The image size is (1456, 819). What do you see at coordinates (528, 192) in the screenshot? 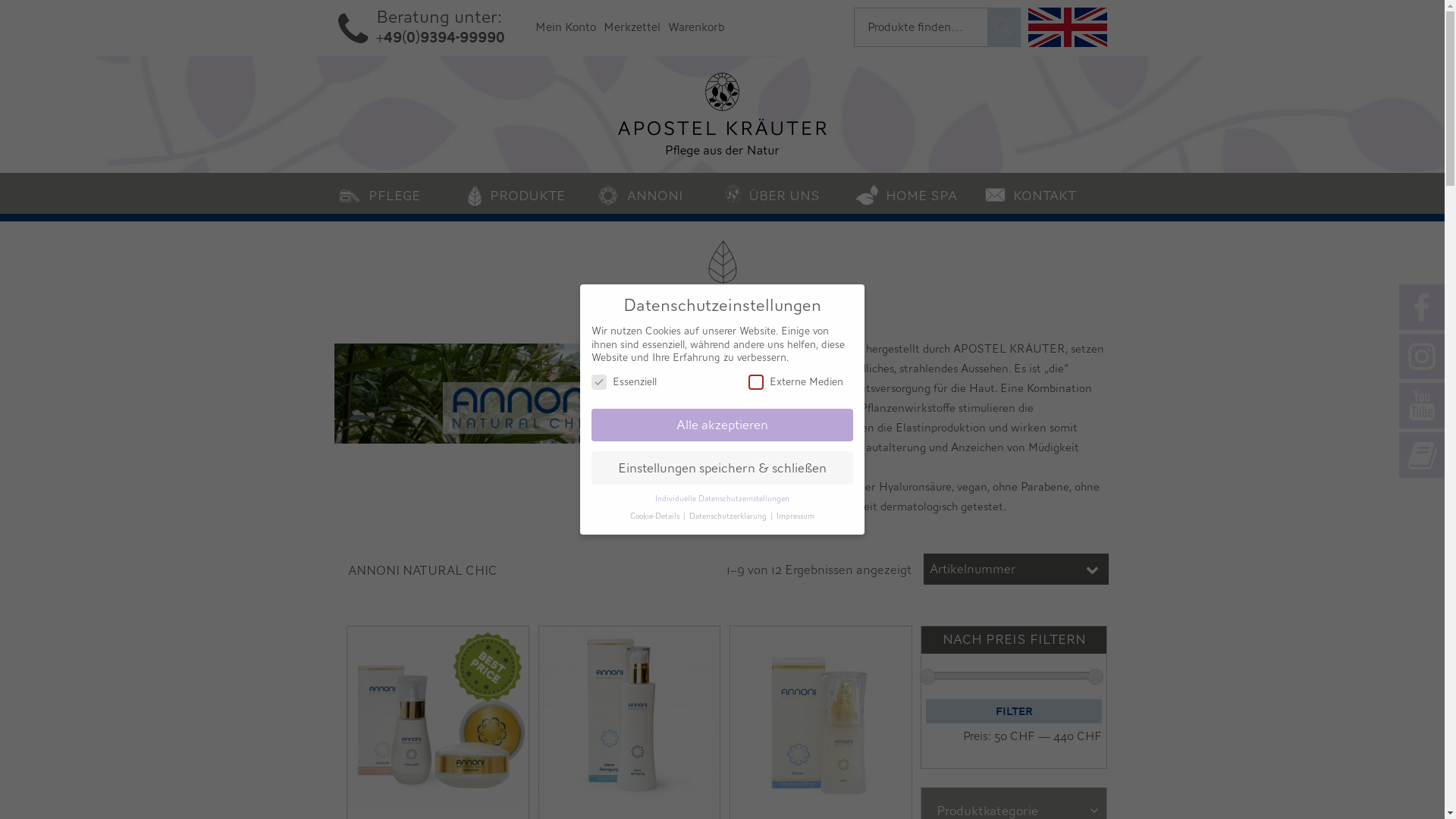
I see `'PRODUKTE'` at bounding box center [528, 192].